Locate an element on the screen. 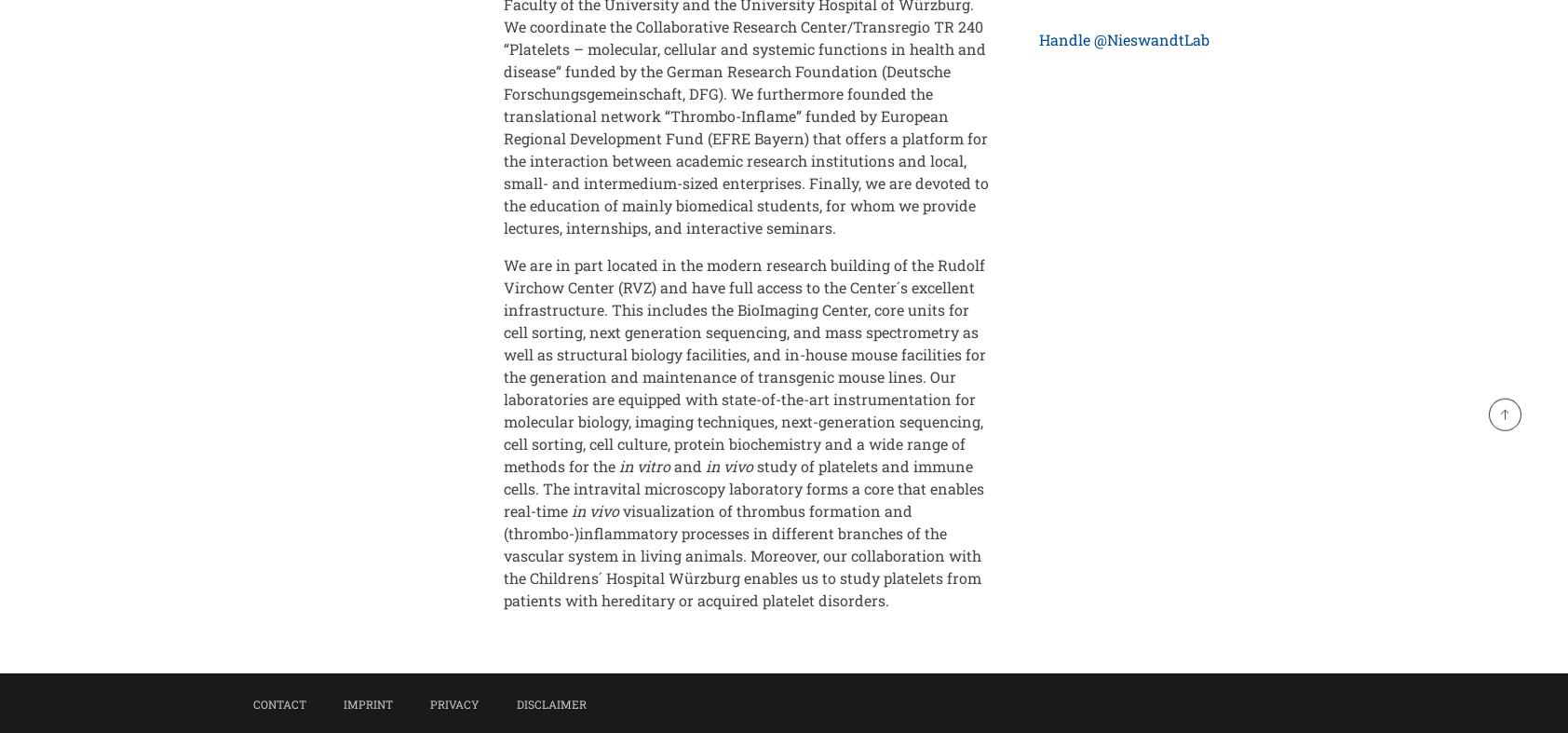 The image size is (1568, 733). 'Imprint' is located at coordinates (343, 703).